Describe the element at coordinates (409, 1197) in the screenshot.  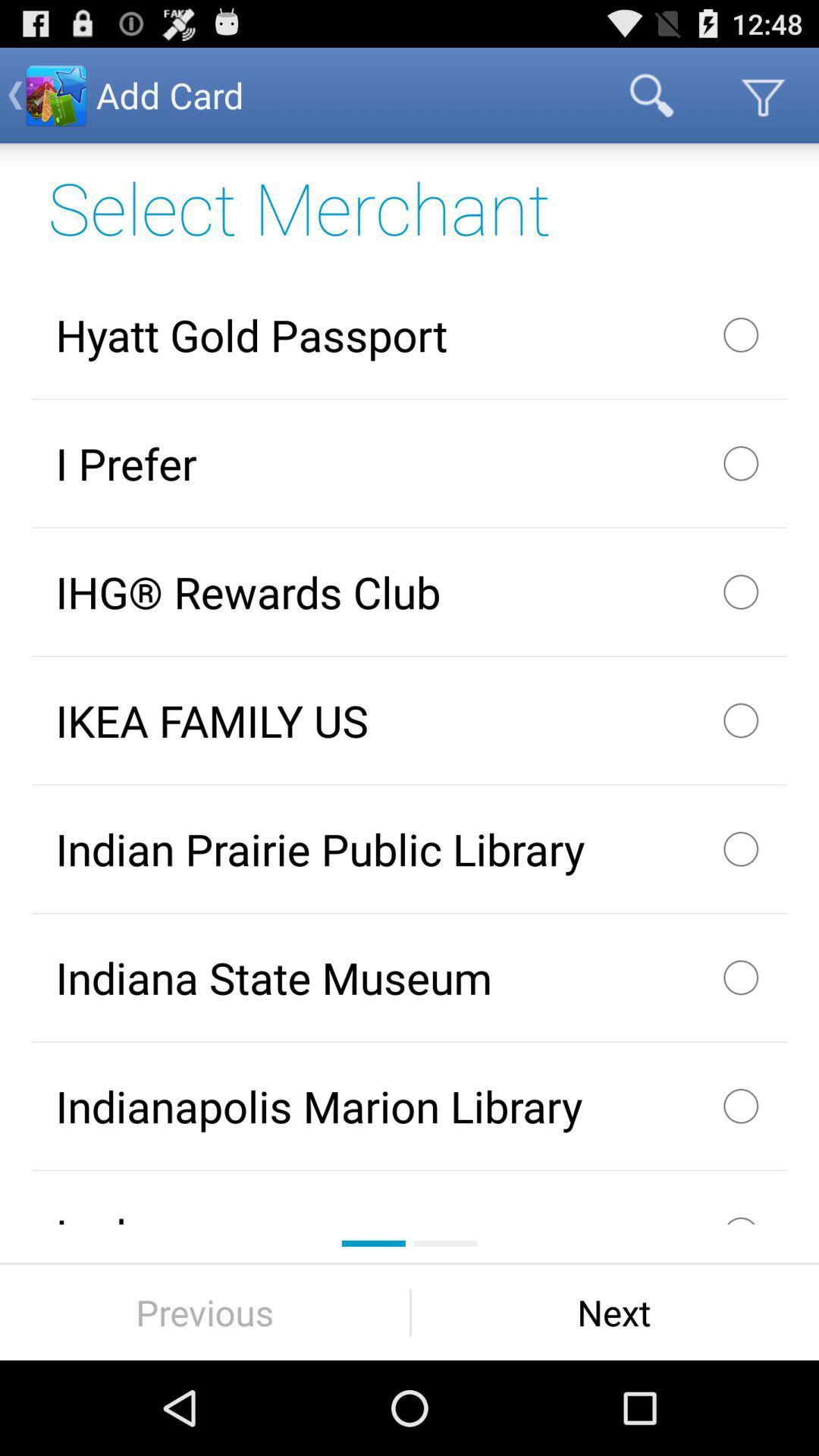
I see `ingles icon` at that location.